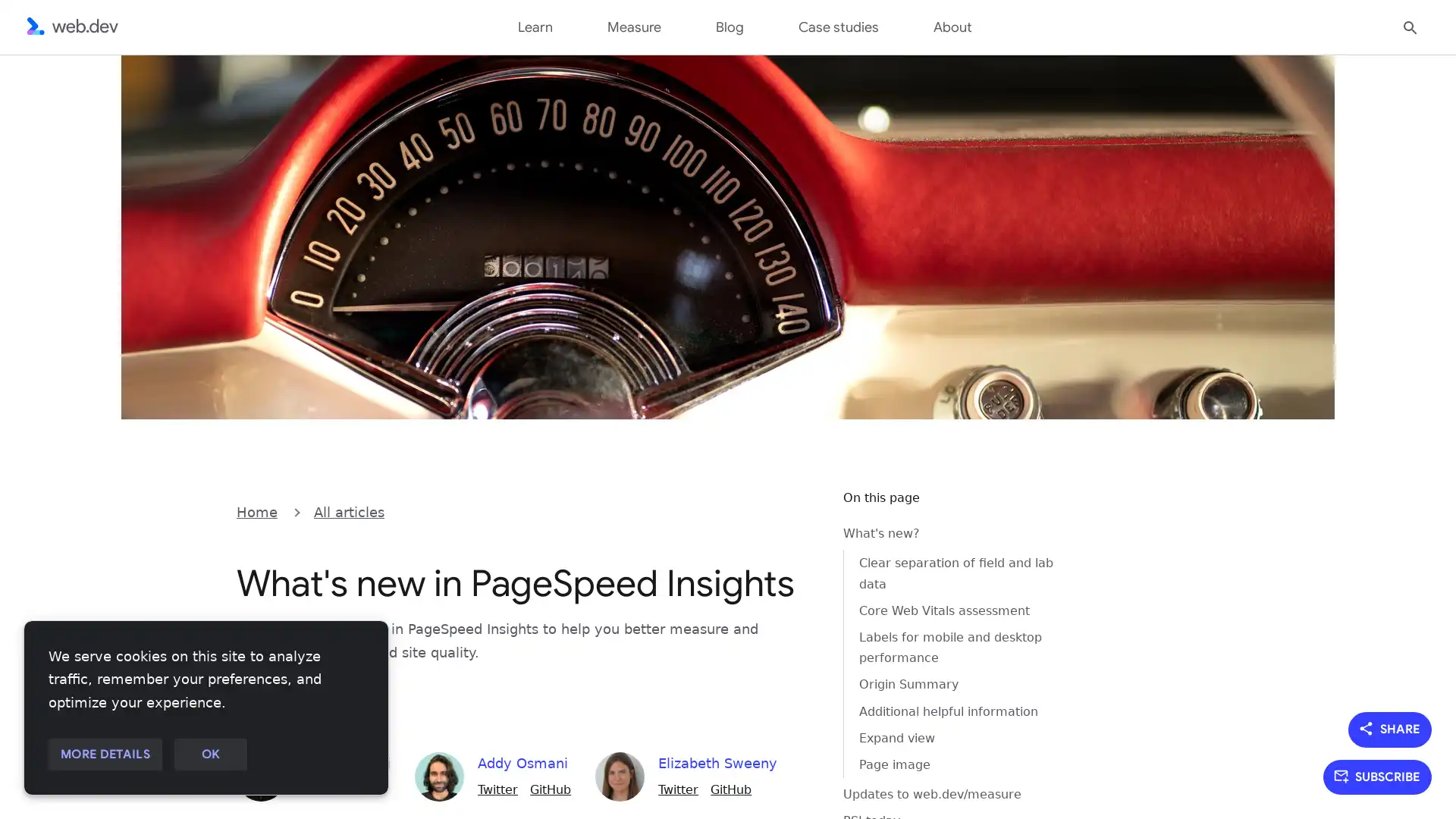 The image size is (1456, 819). Describe the element at coordinates (1410, 26) in the screenshot. I see `Open search` at that location.